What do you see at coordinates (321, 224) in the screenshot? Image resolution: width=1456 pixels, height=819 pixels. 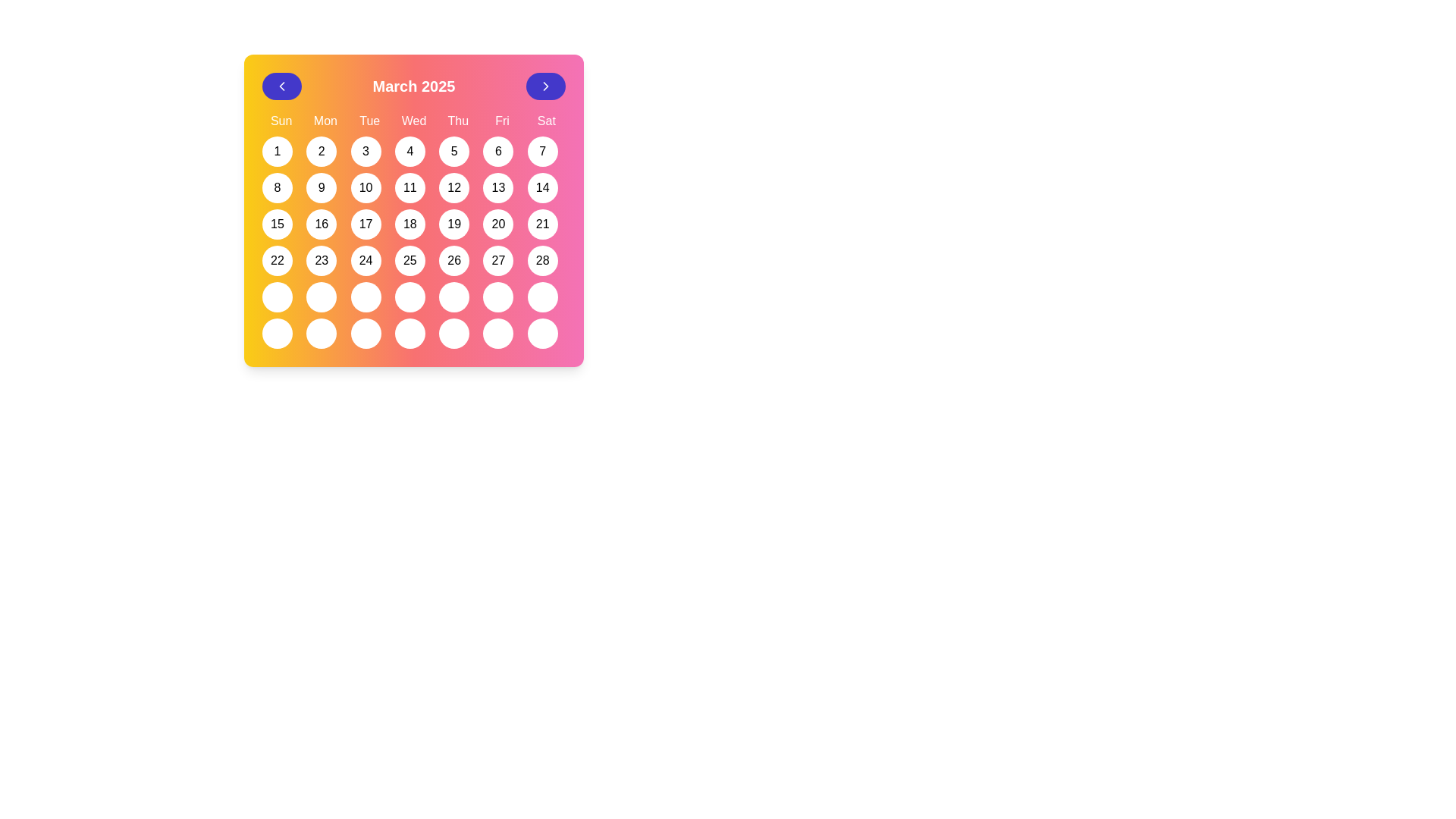 I see `the circular button labeled '16' in the calendar grid under the 'Sun' column` at bounding box center [321, 224].